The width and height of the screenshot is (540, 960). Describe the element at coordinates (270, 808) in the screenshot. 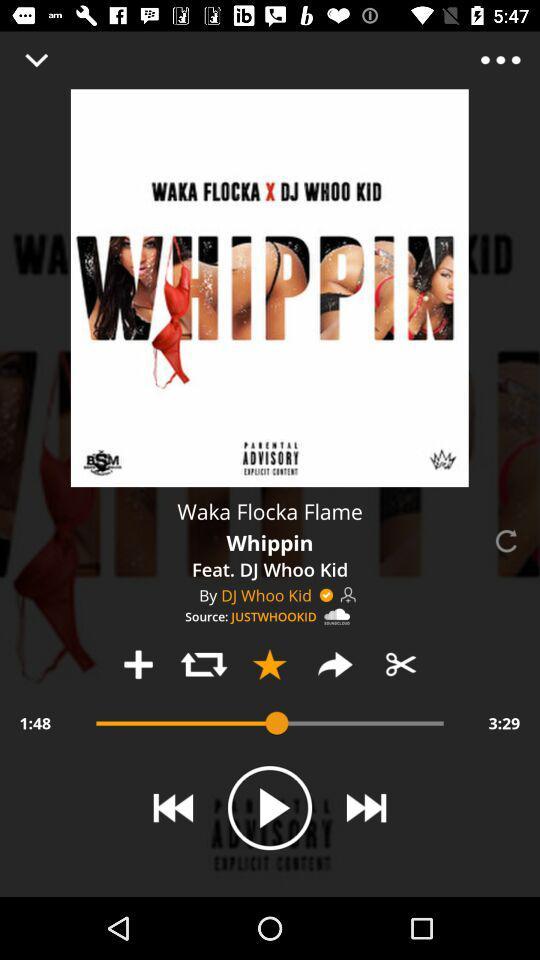

I see `the play icon` at that location.